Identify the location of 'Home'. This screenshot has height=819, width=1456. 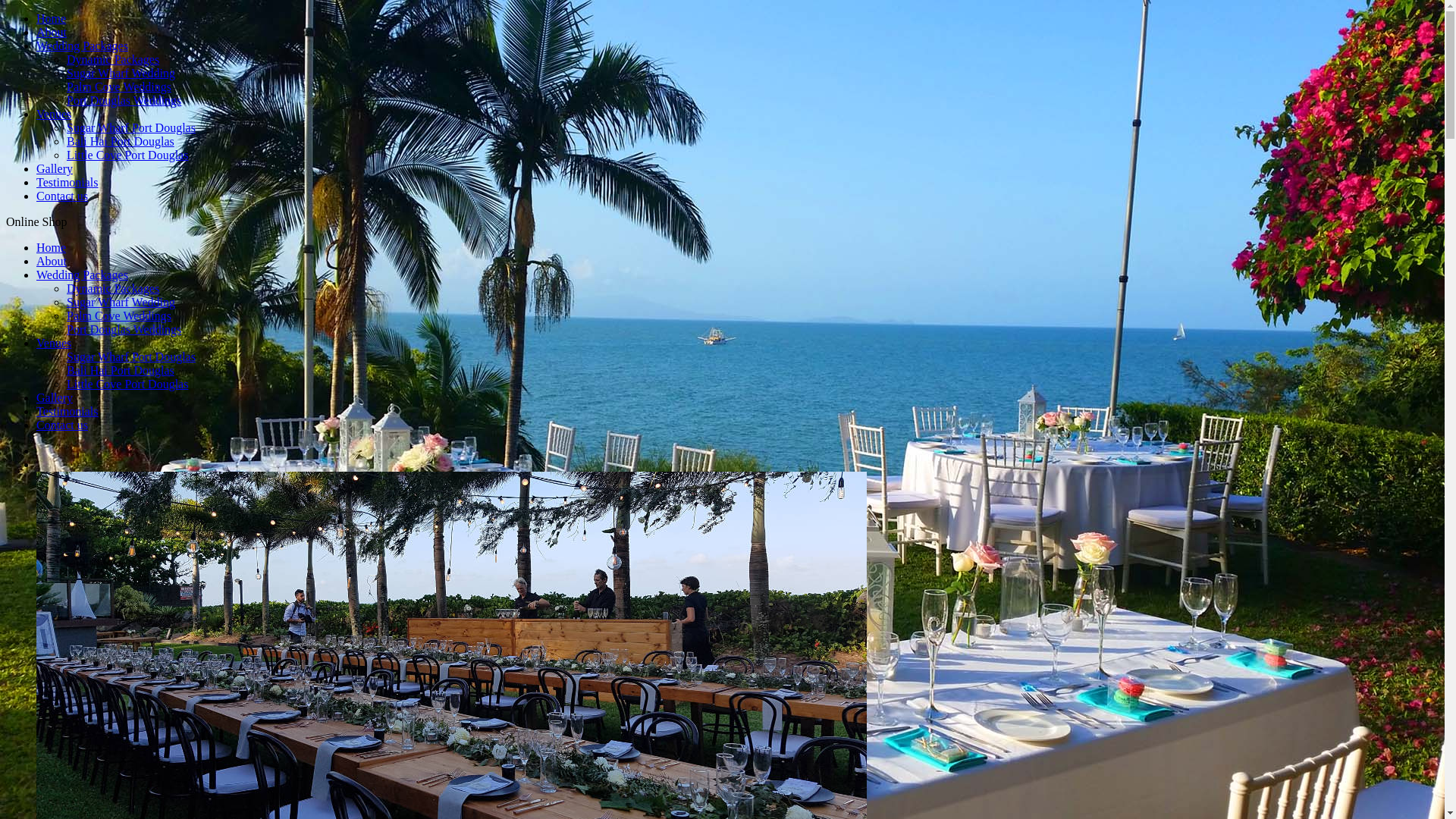
(36, 18).